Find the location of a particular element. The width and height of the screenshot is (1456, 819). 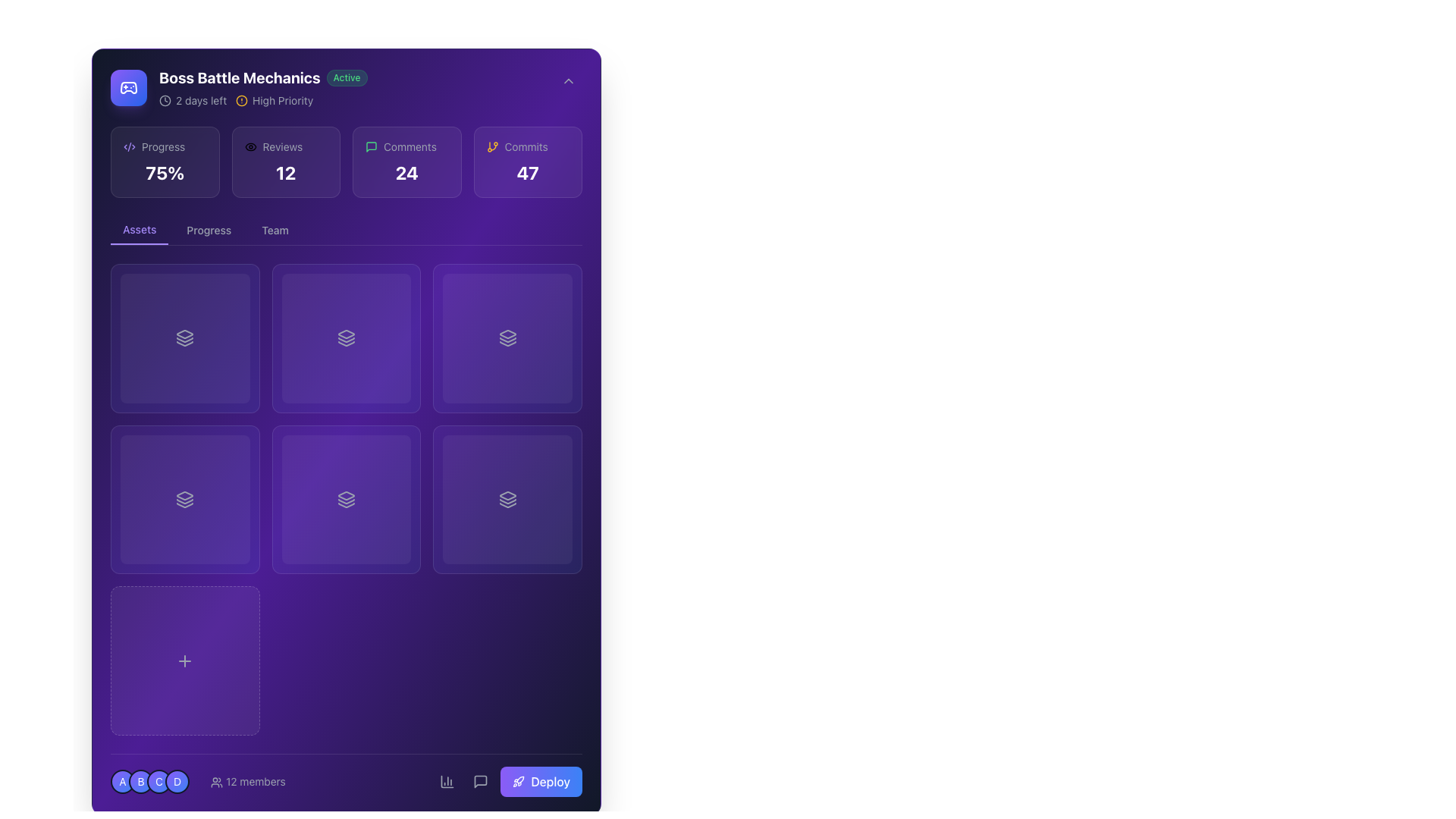

the layered or stacked item icon located in the second row, first column of the 3x3 grid layout is located at coordinates (184, 505).